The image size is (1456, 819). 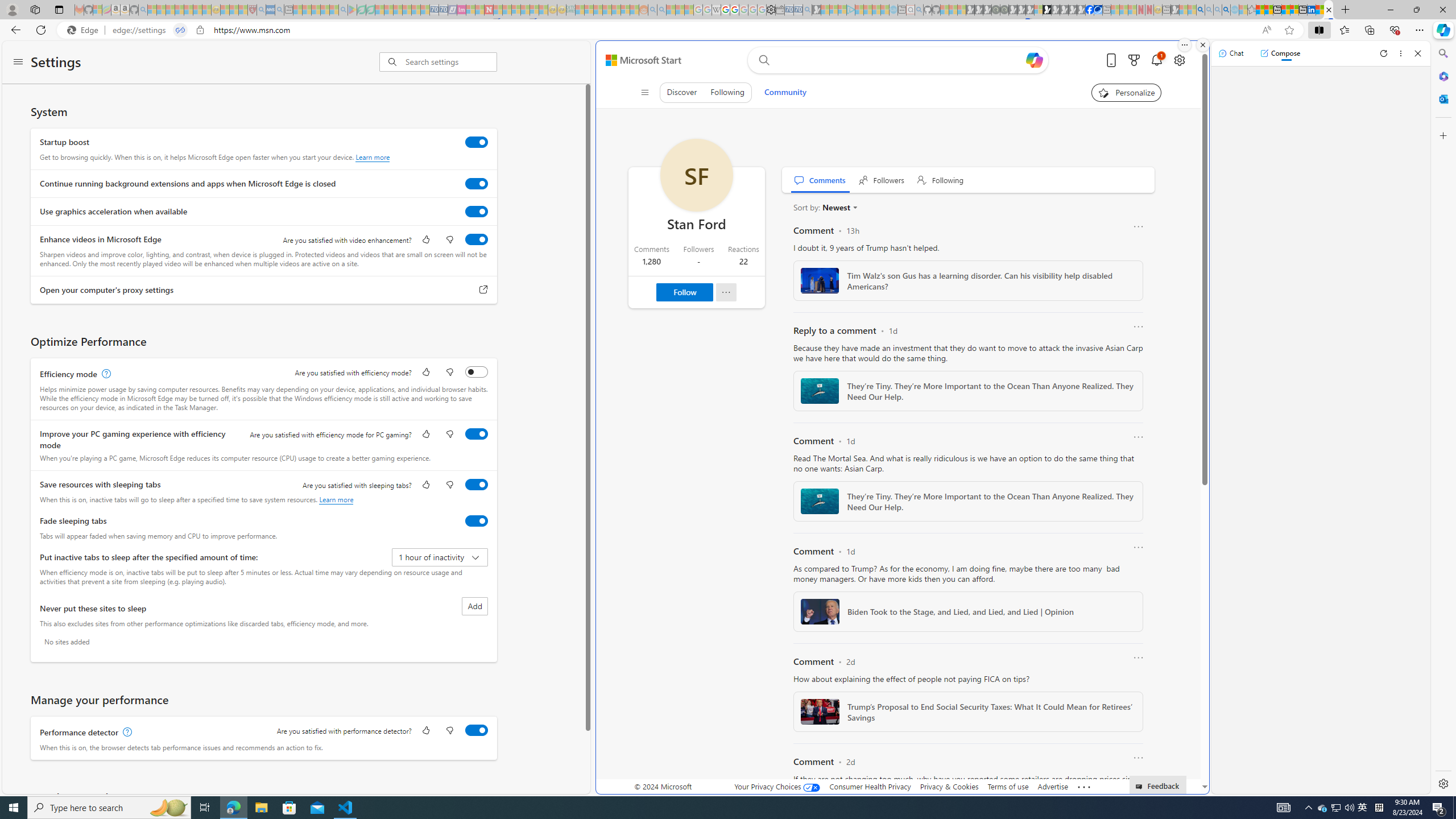 What do you see at coordinates (820, 179) in the screenshot?
I see `' Comments'` at bounding box center [820, 179].